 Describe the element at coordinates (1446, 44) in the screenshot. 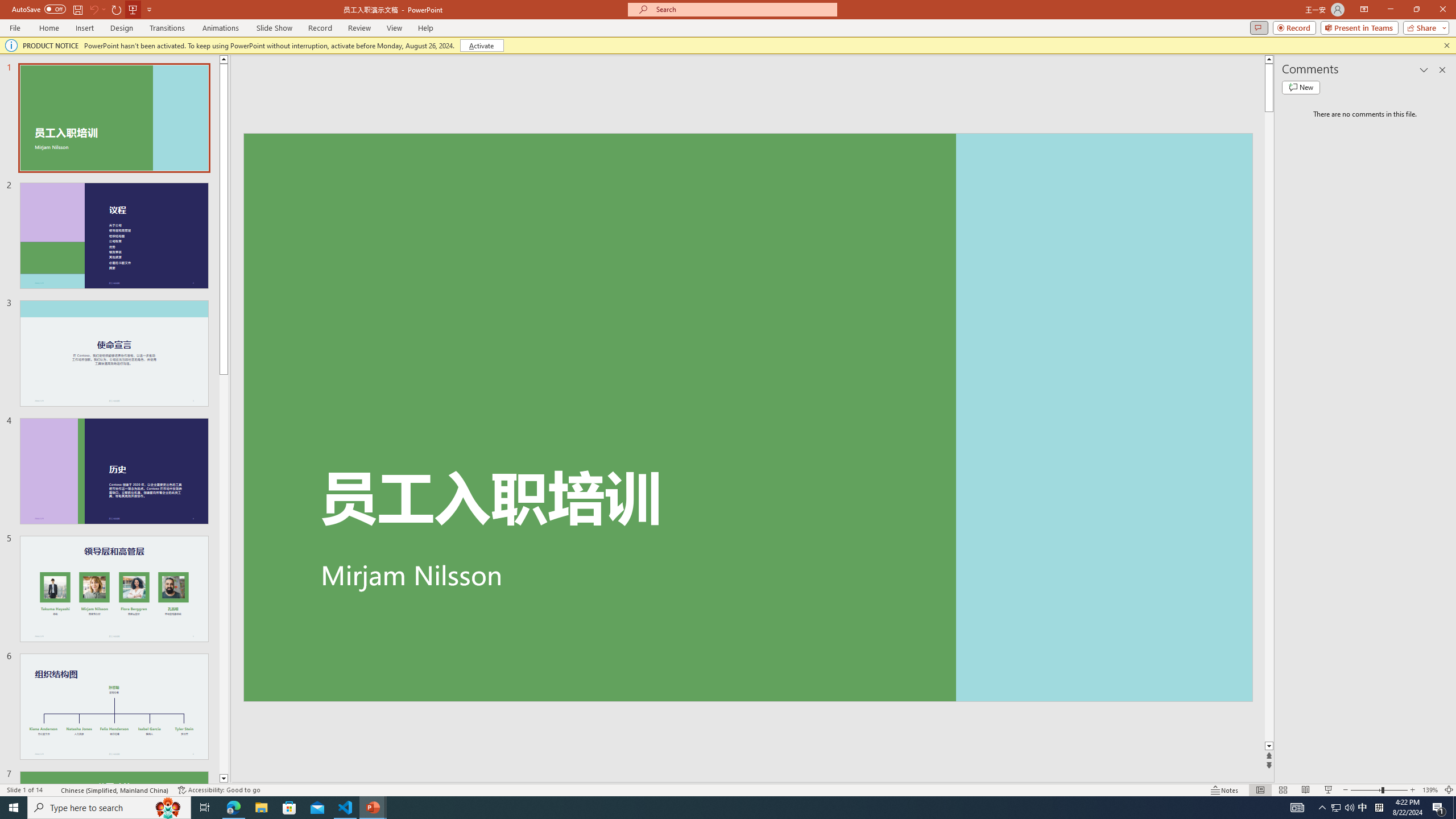

I see `'Close this message'` at that location.